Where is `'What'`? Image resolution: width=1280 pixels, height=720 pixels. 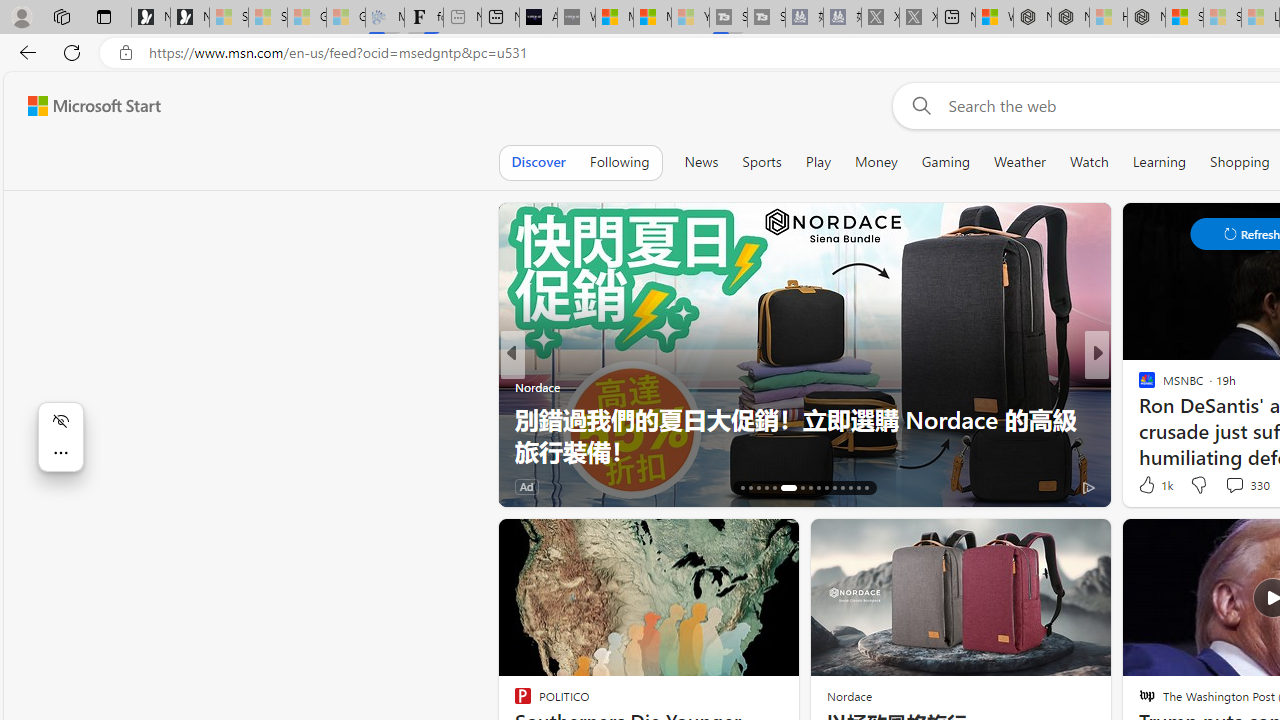
'What' is located at coordinates (575, 17).